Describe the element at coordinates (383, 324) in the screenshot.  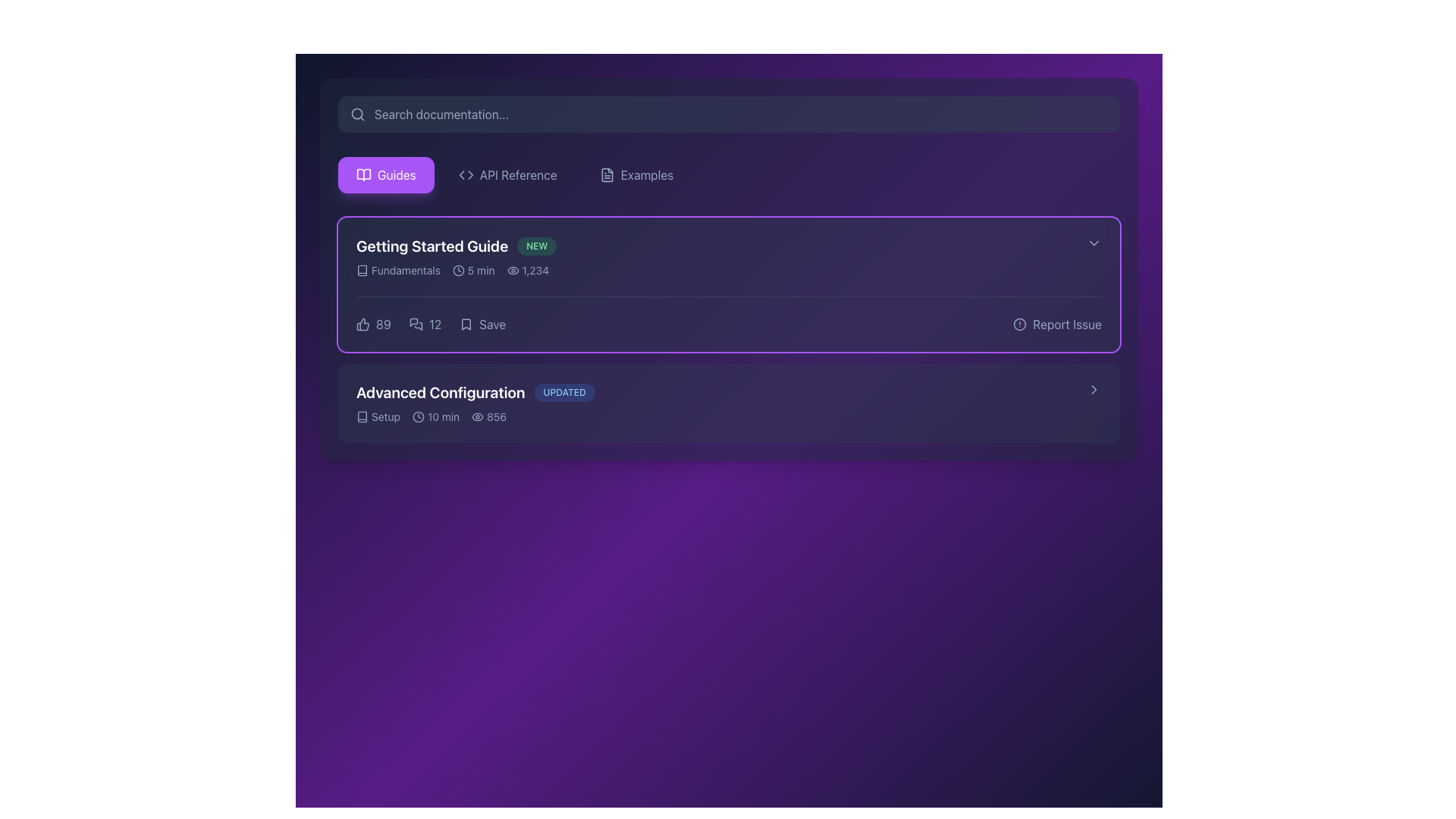
I see `the static text display that represents the count of likes or approvals for the 'Getting Started Guide' section, located to the right of the thumbs-up icon` at that location.